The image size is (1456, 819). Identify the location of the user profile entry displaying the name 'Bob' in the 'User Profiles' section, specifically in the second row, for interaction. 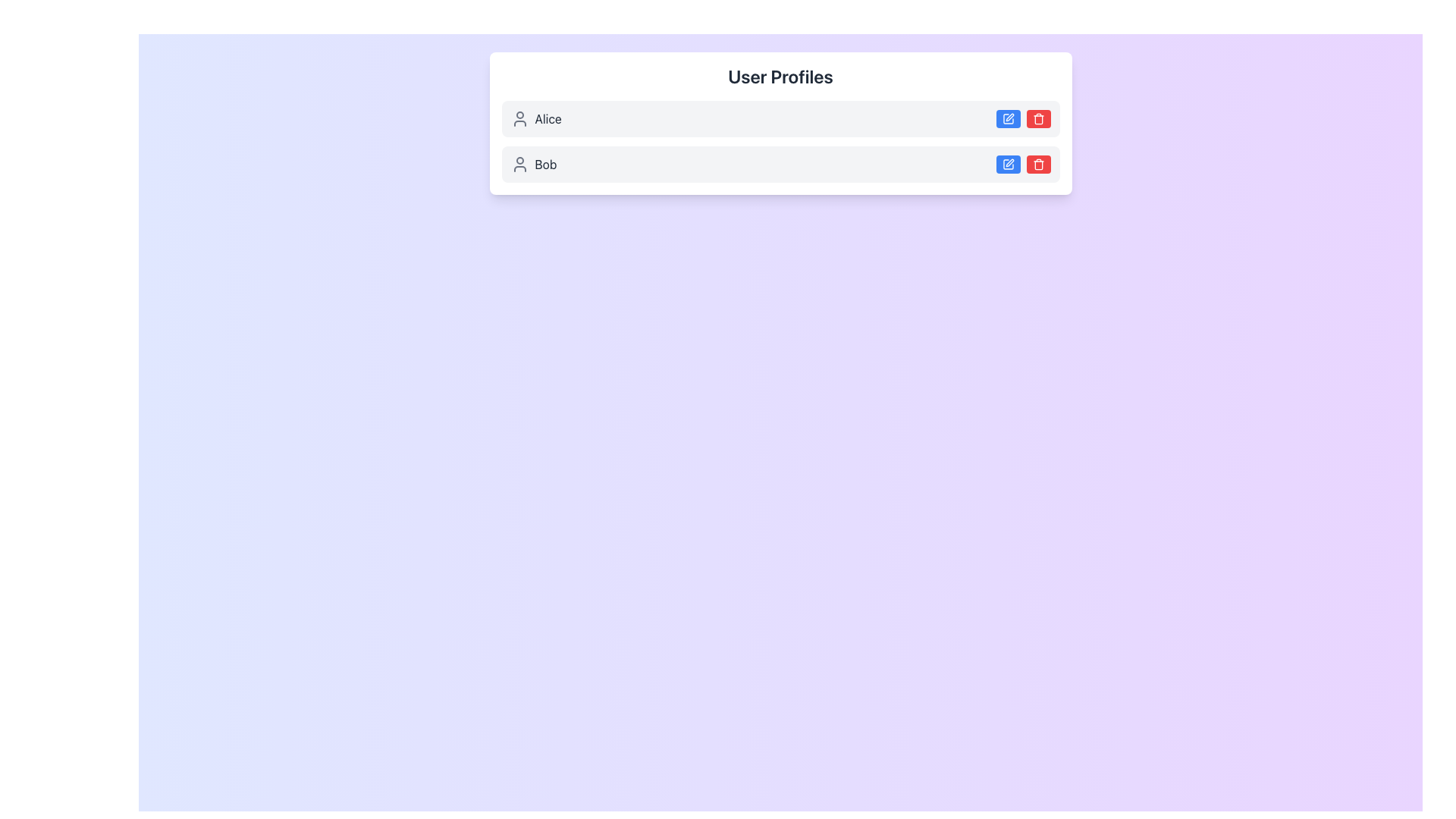
(533, 164).